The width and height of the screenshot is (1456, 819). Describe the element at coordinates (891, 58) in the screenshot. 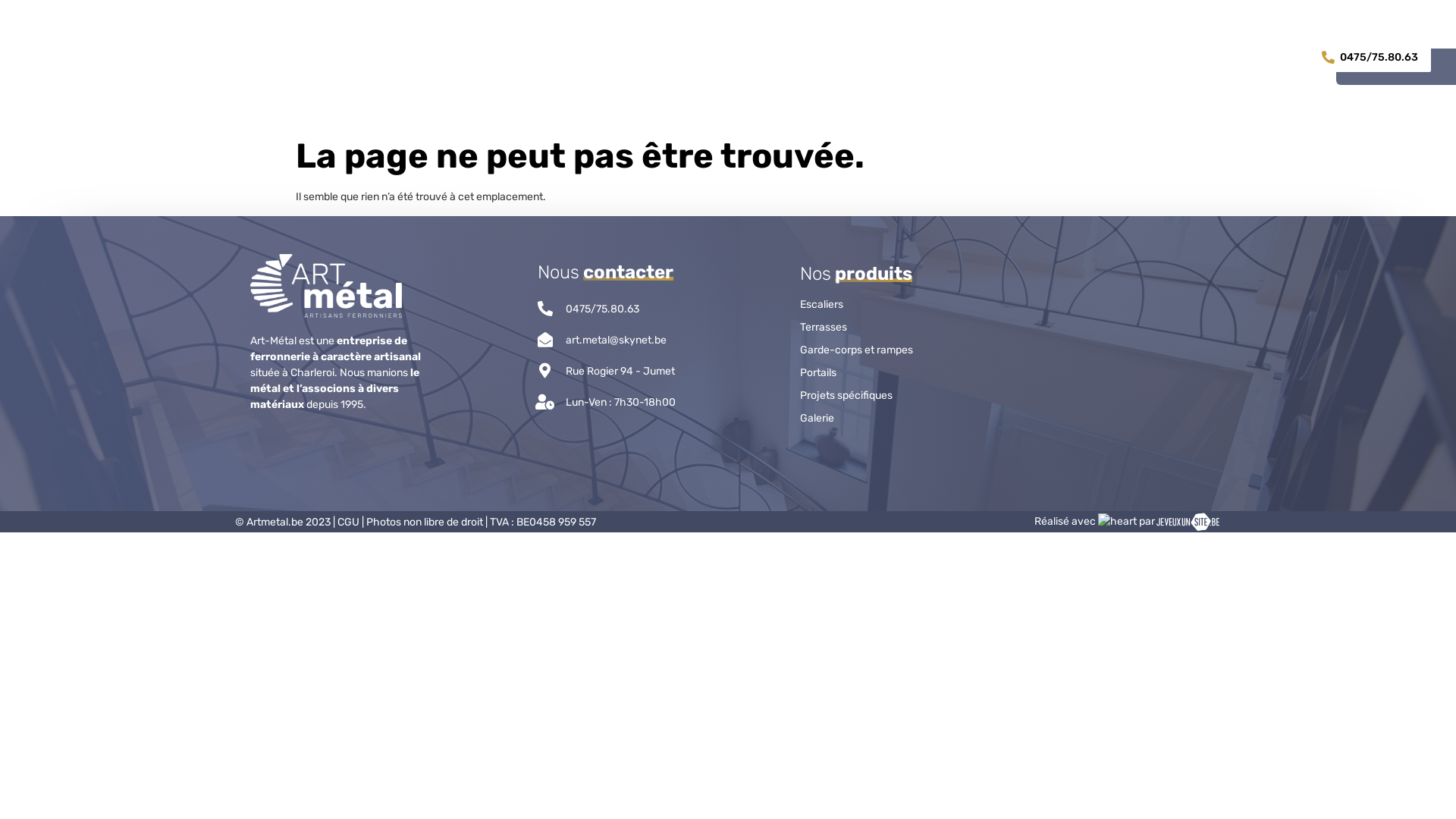

I see `'GALERIE'` at that location.